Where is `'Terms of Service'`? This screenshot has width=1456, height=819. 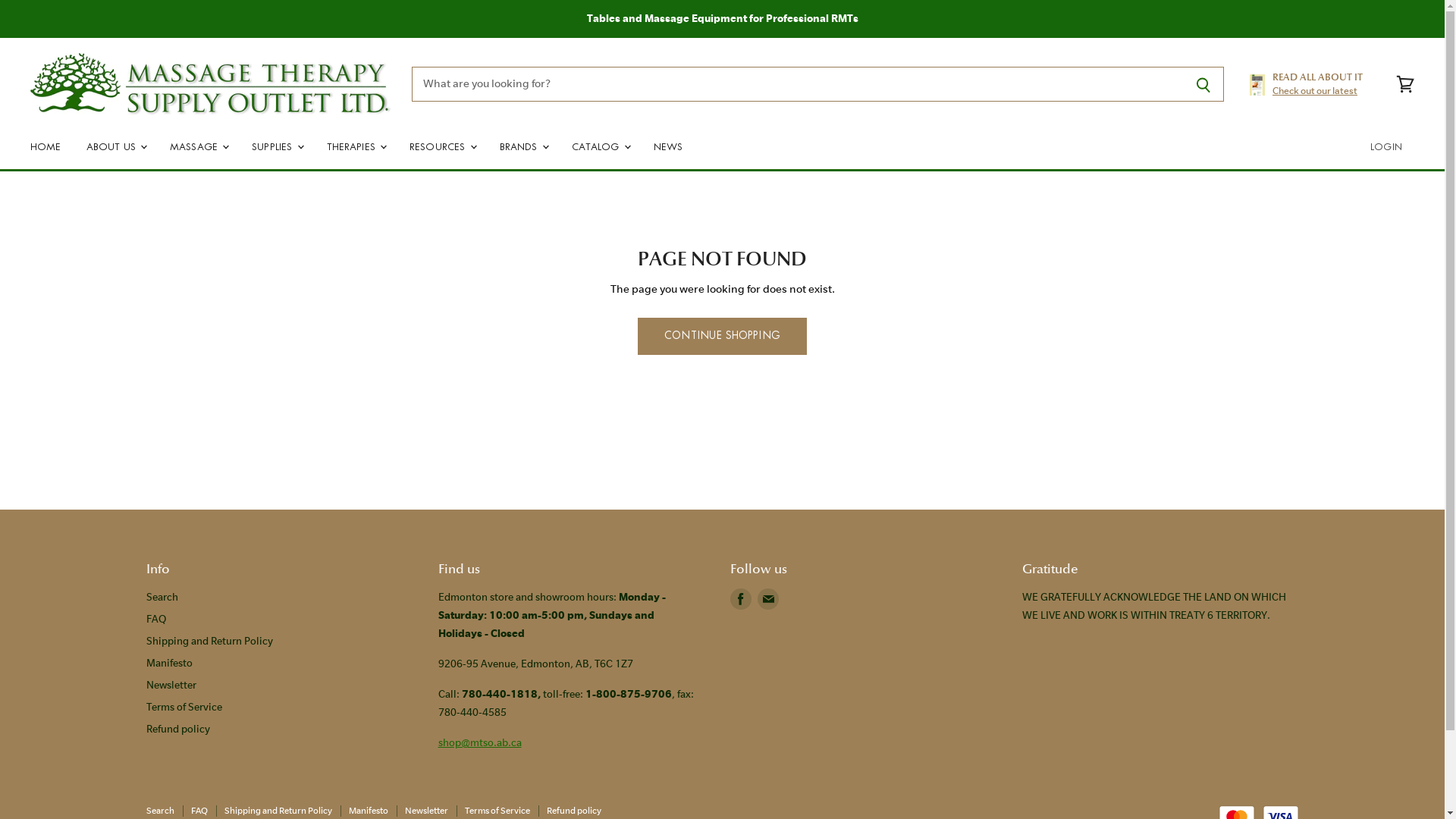
'Terms of Service' is located at coordinates (146, 707).